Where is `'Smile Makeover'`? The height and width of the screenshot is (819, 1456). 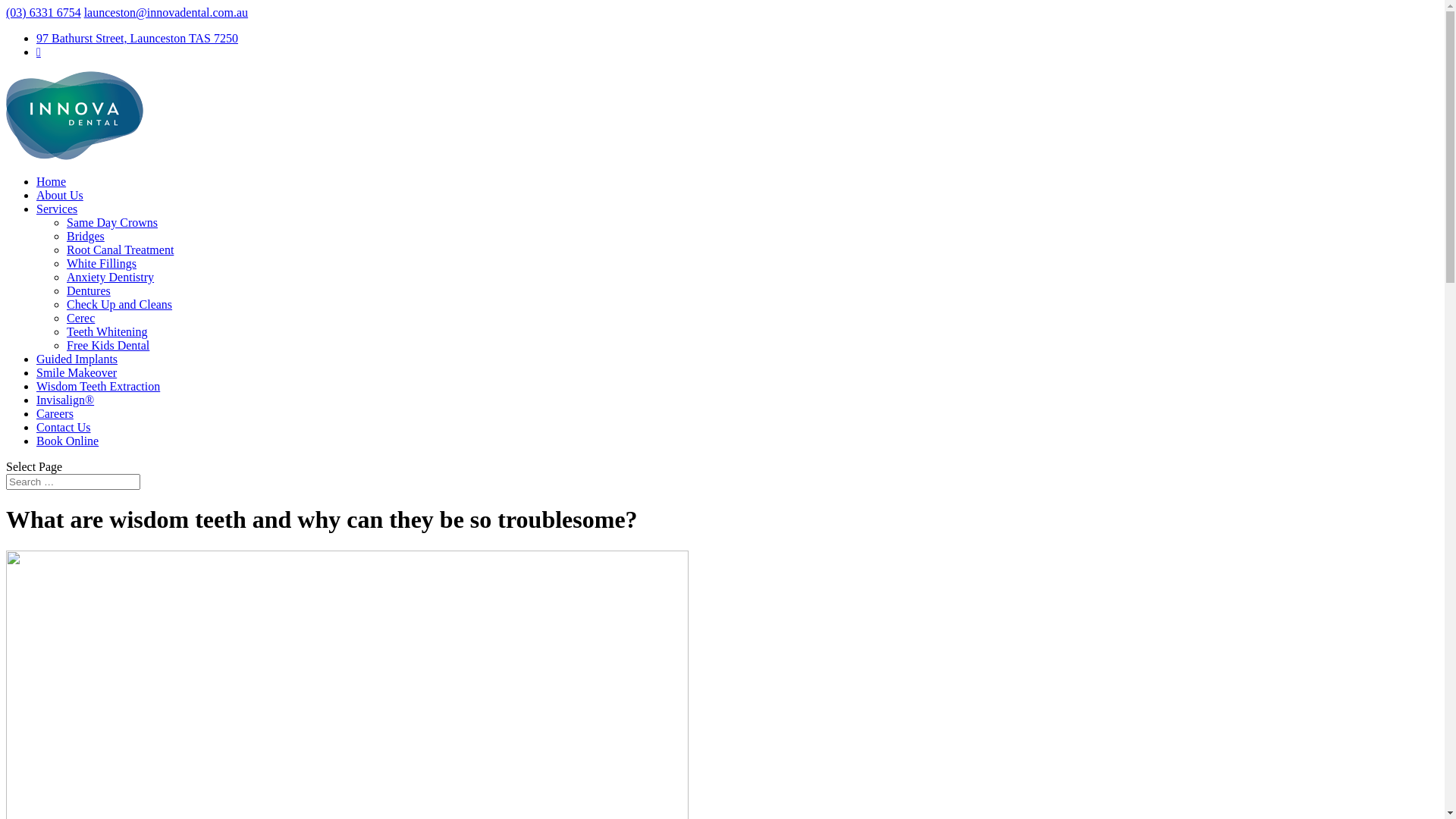
'Smile Makeover' is located at coordinates (75, 372).